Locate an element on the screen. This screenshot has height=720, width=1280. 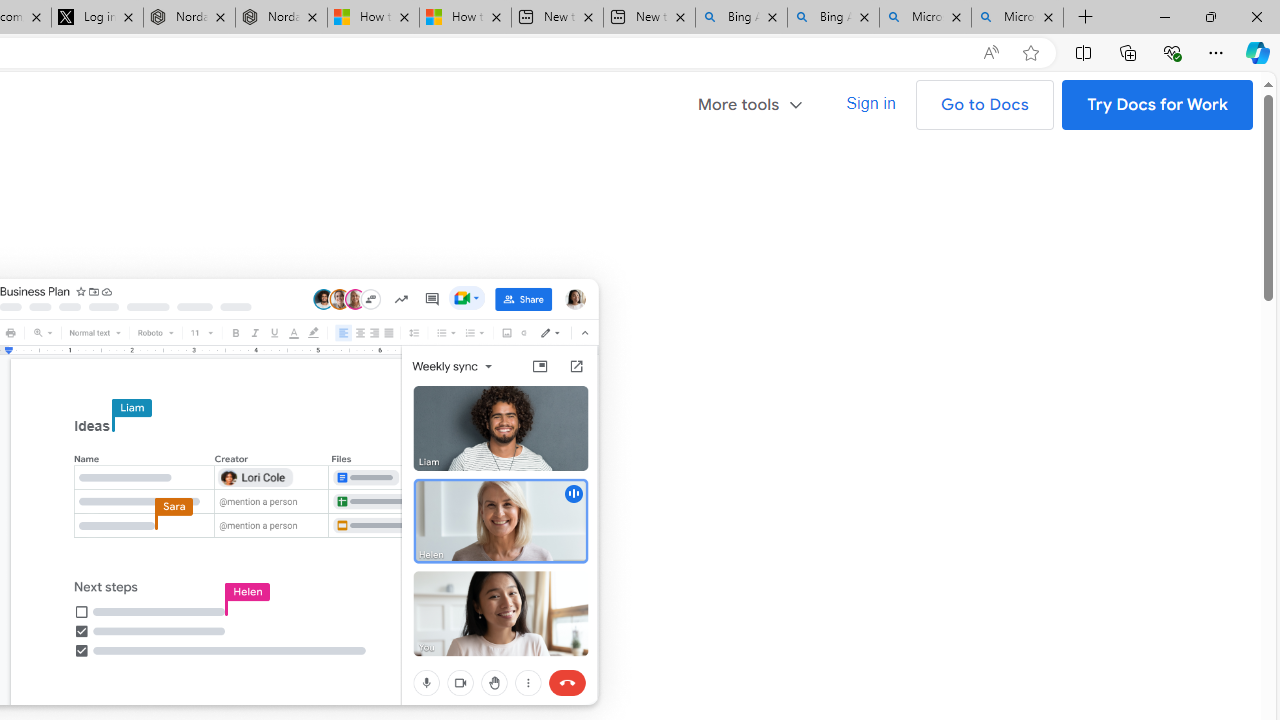
'More tools' is located at coordinates (758, 102).